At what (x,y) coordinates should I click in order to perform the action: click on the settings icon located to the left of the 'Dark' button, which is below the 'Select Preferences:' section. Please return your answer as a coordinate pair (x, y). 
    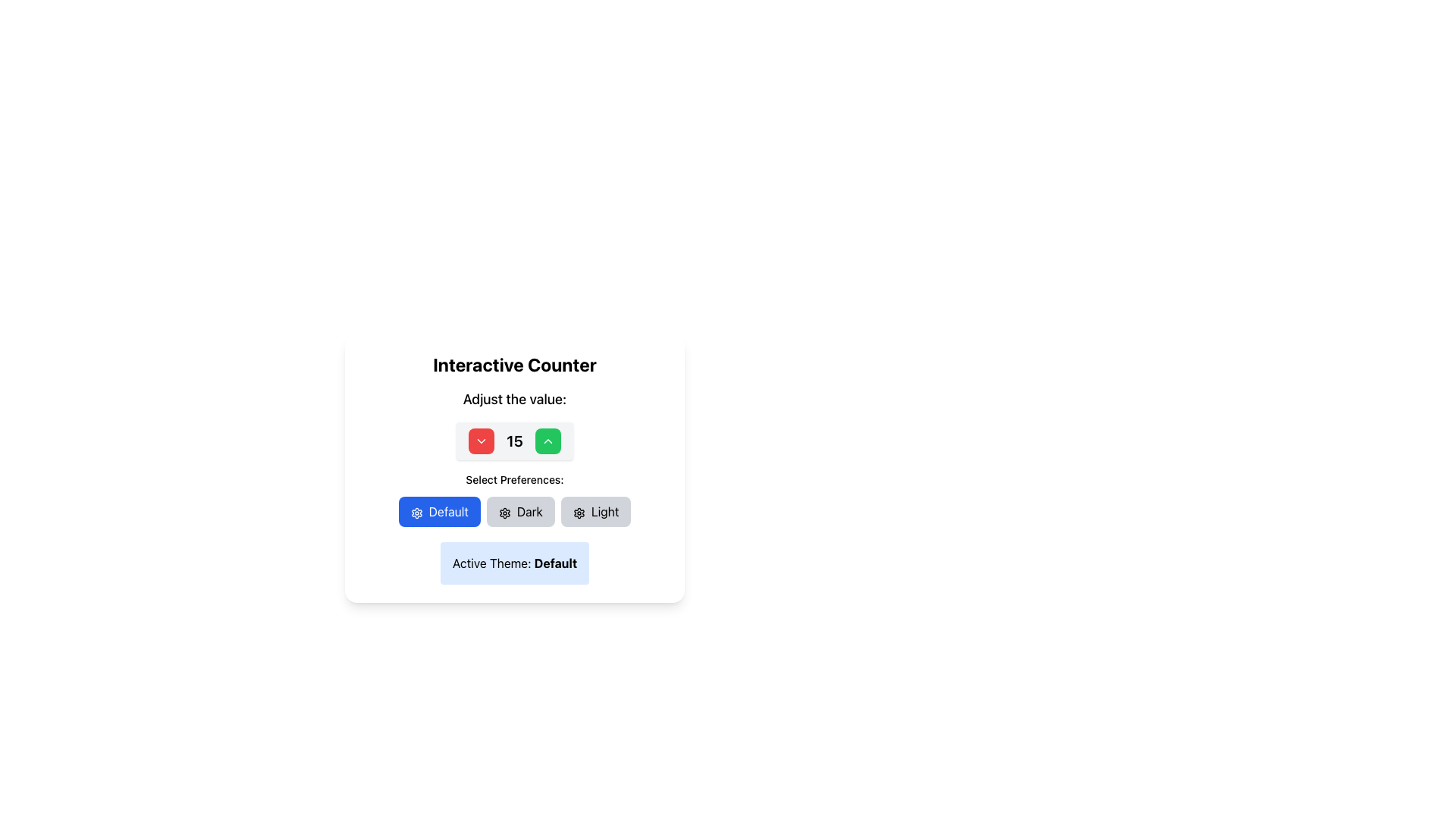
    Looking at the image, I should click on (504, 512).